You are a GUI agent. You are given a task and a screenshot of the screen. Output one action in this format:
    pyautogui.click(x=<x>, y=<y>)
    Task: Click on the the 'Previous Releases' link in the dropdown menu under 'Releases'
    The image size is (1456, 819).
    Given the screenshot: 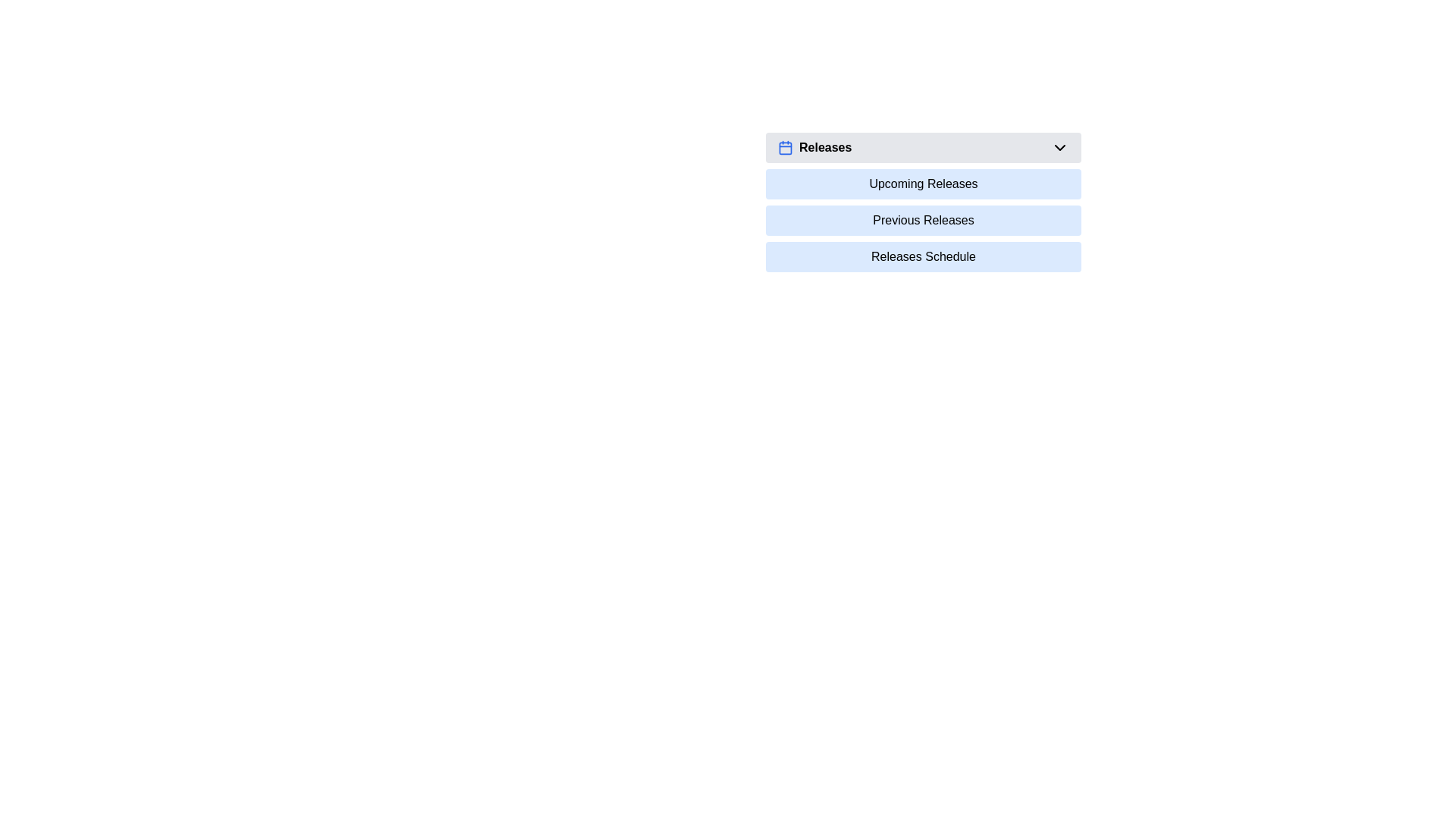 What is the action you would take?
    pyautogui.click(x=923, y=201)
    